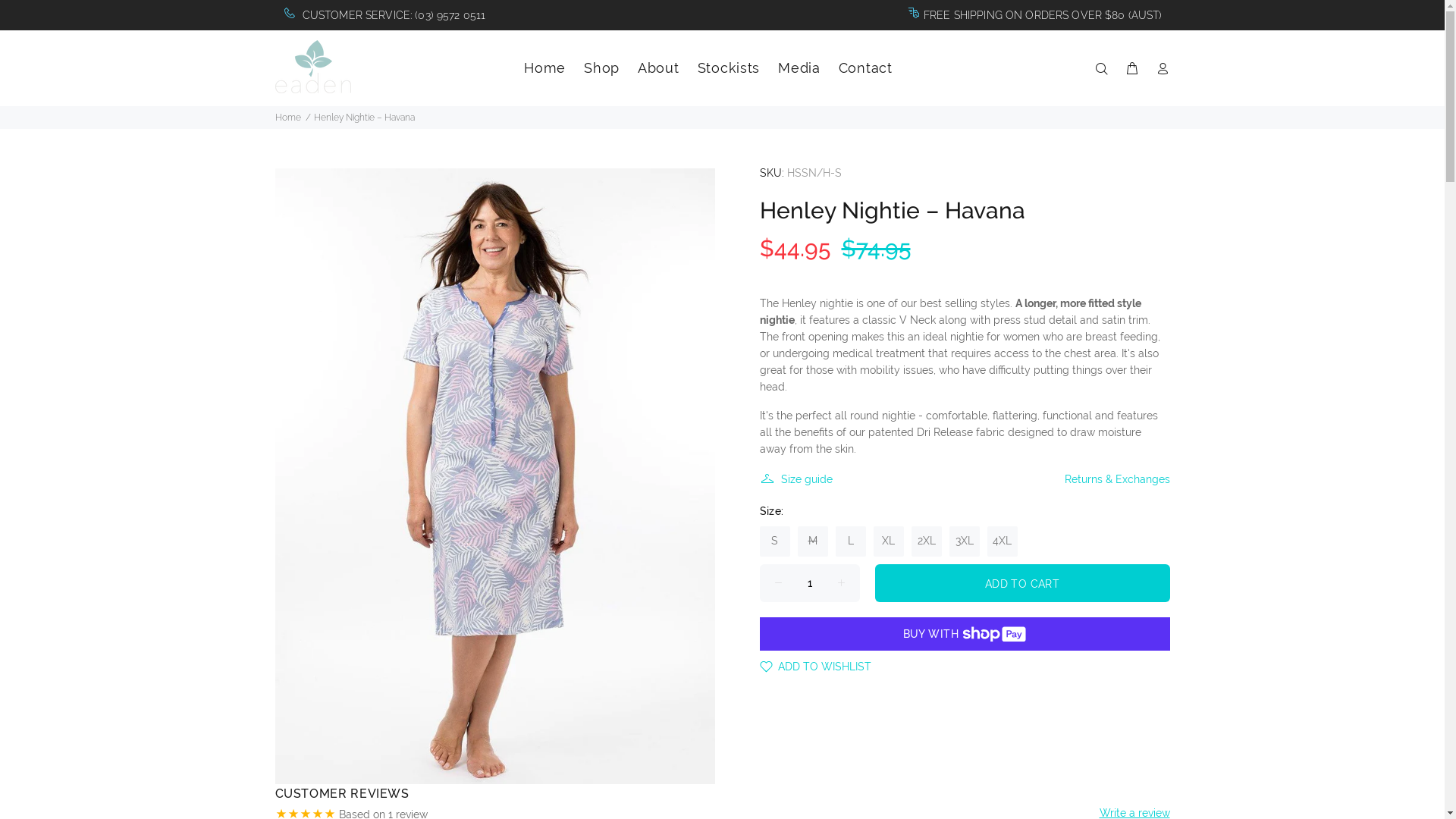  What do you see at coordinates (760, 660) in the screenshot?
I see `'ADD TO WISHLIST'` at bounding box center [760, 660].